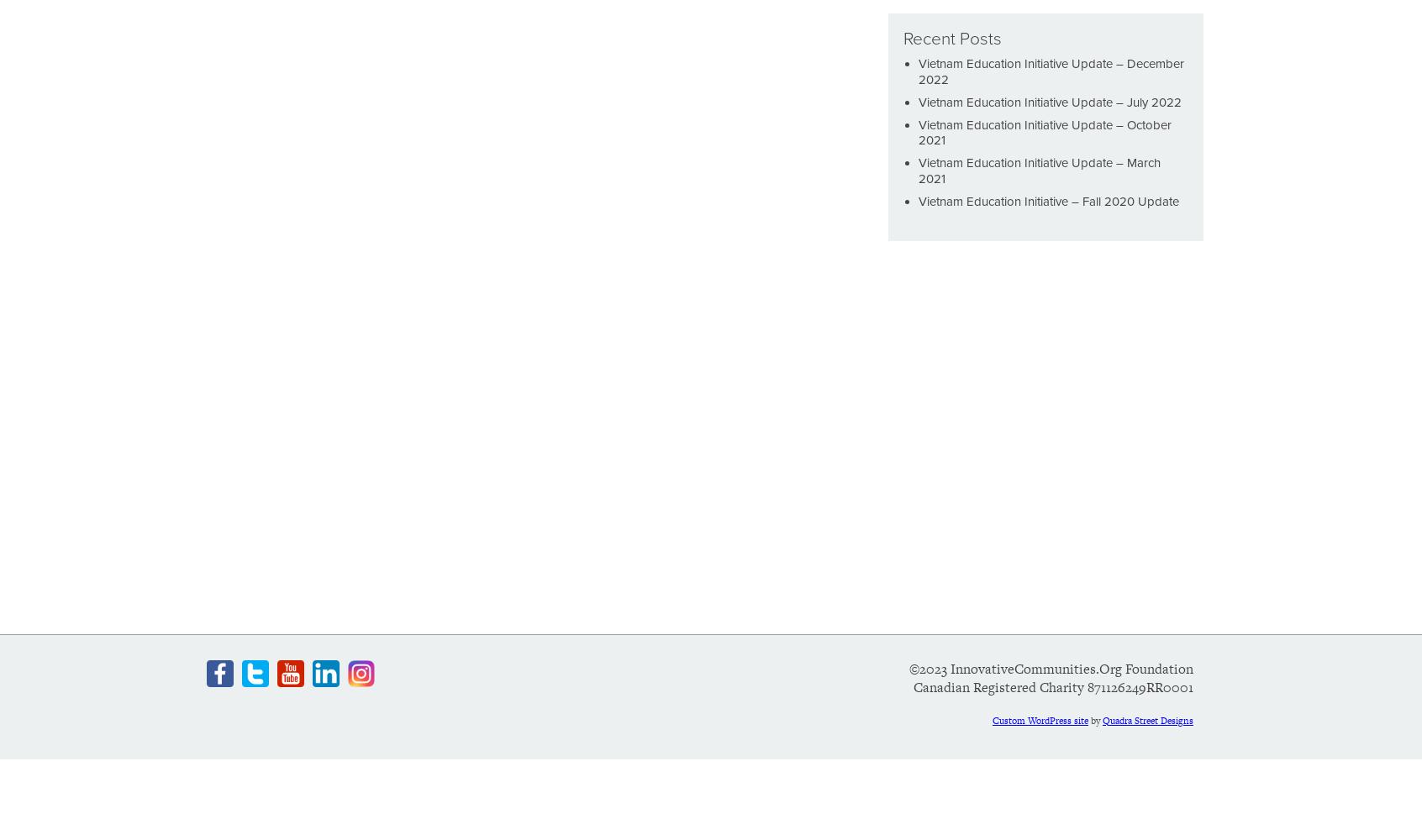 This screenshot has height=840, width=1422. Describe the element at coordinates (951, 39) in the screenshot. I see `'Recent Posts'` at that location.